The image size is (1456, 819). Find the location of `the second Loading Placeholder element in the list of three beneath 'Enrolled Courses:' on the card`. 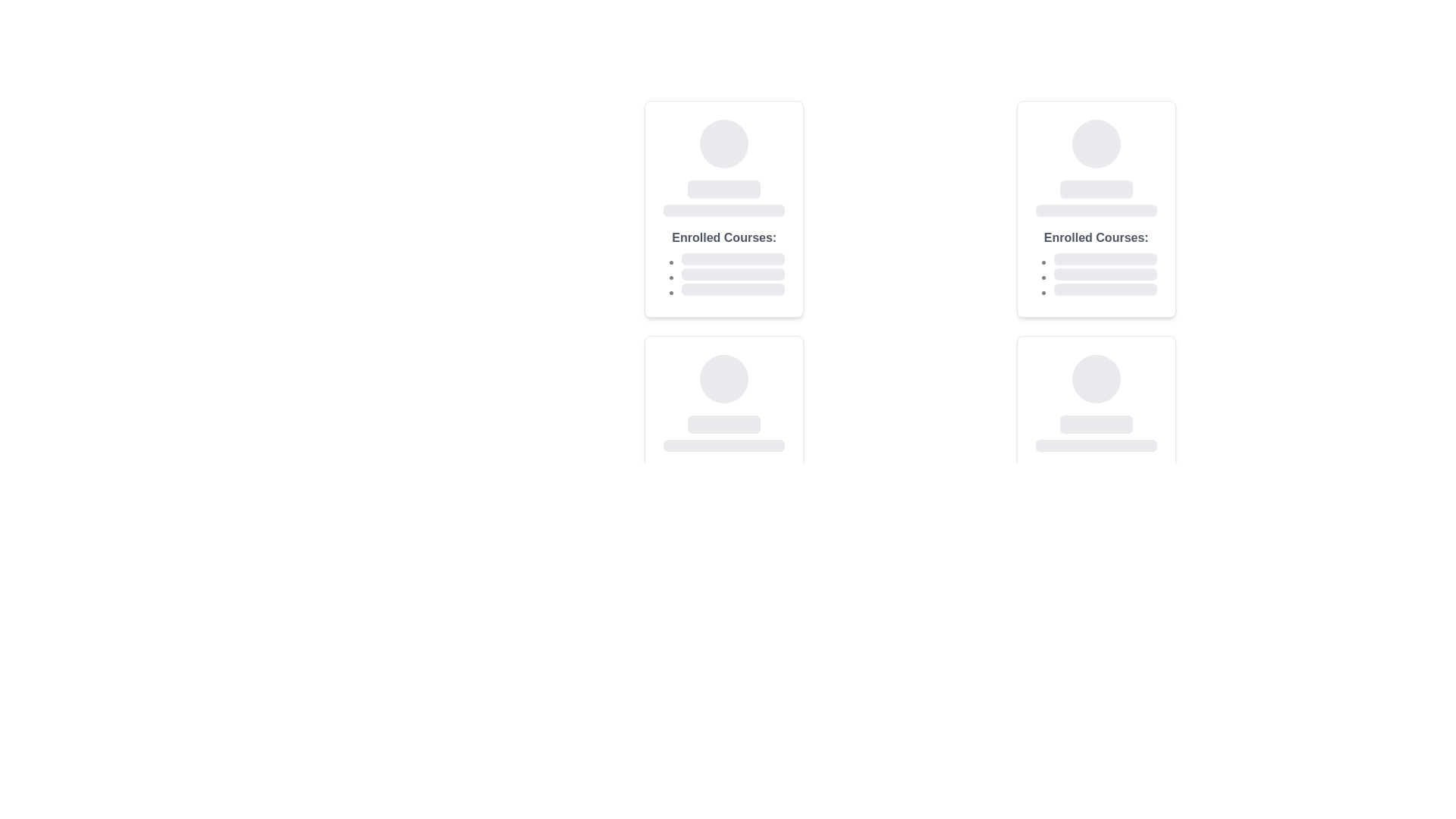

the second Loading Placeholder element in the list of three beneath 'Enrolled Courses:' on the card is located at coordinates (733, 275).